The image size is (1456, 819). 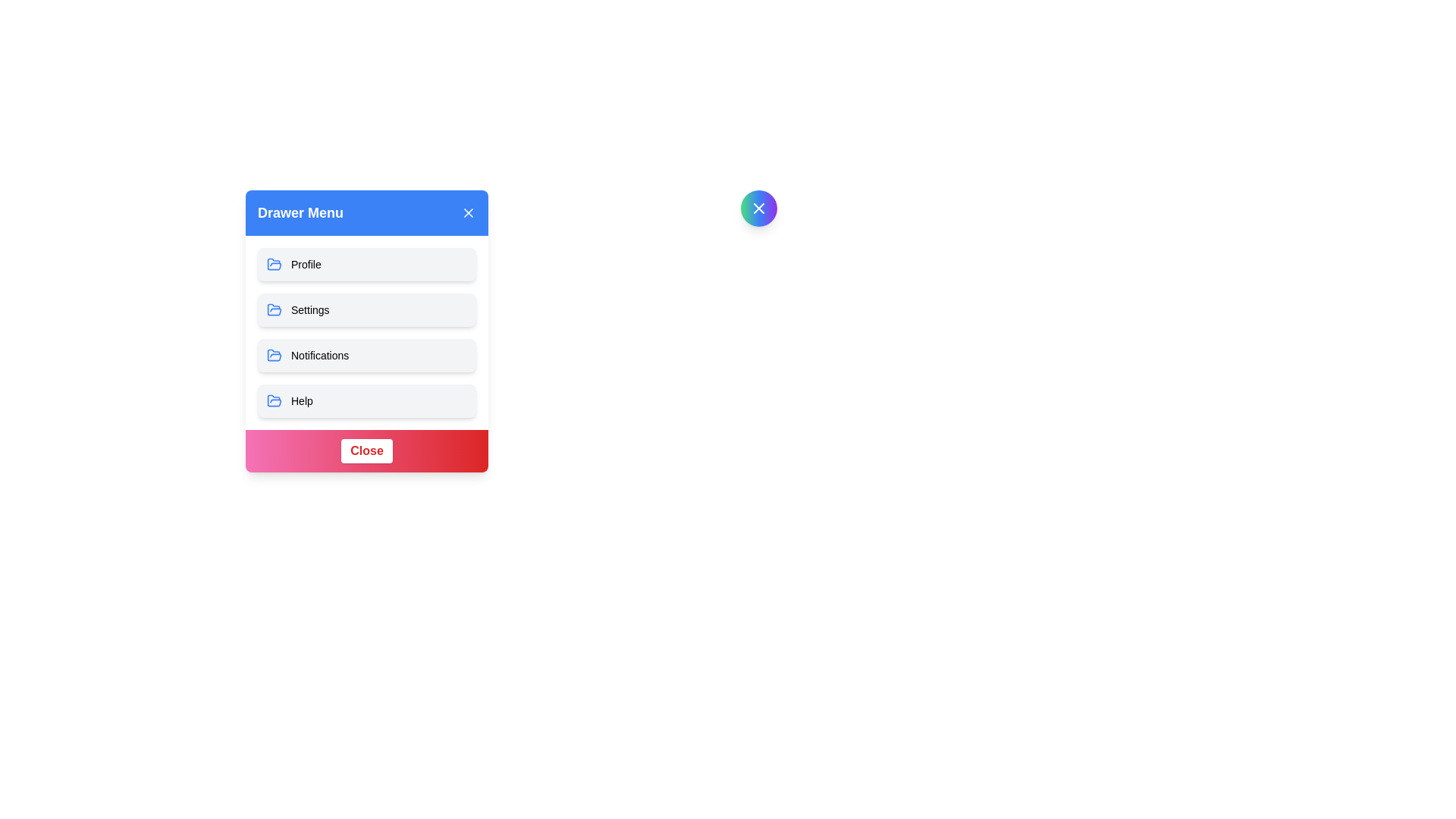 I want to click on the close button located centrally in the header of the drawer, so click(x=759, y=208).